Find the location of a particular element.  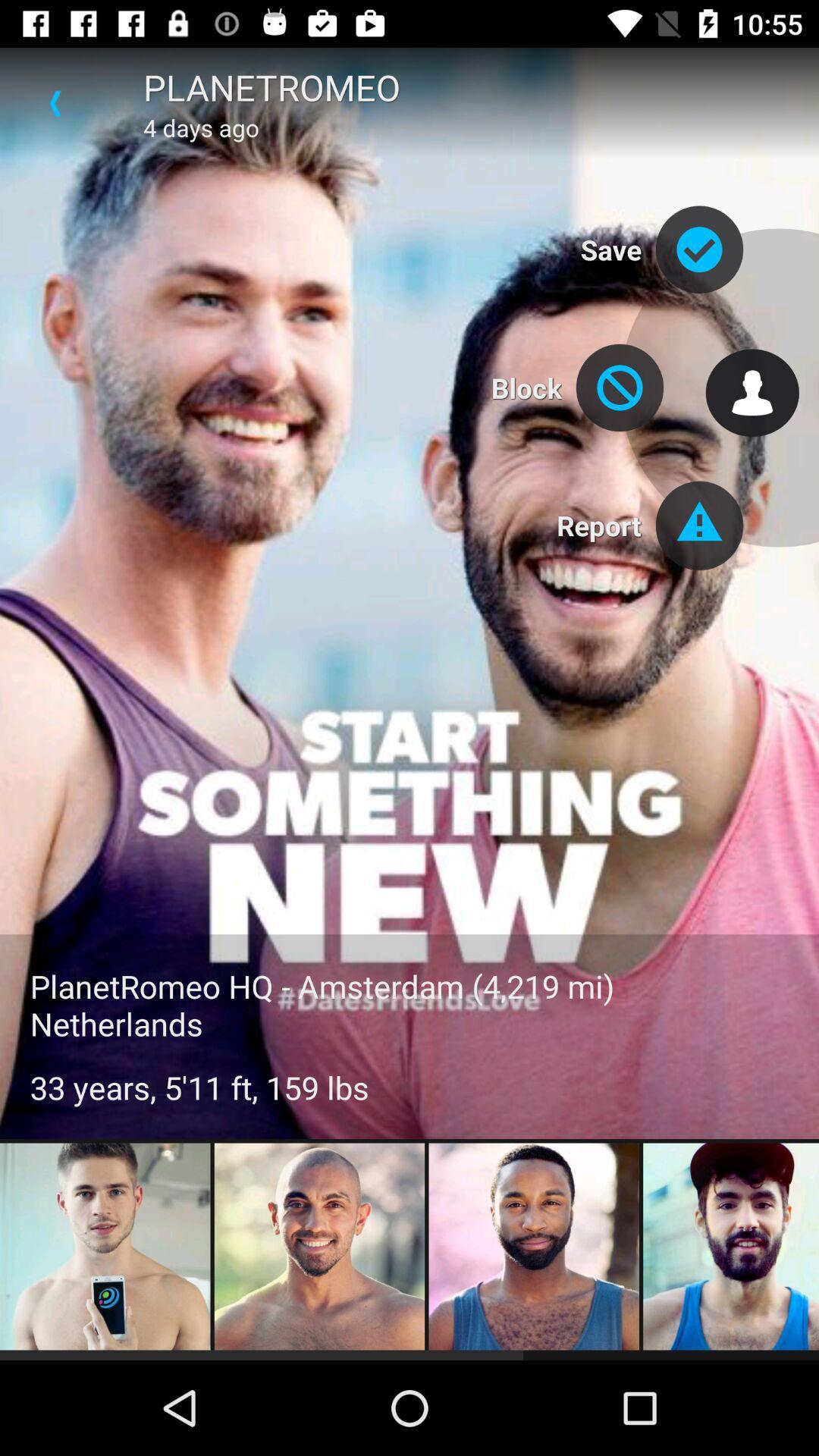

the icon to the left of planetromeo icon is located at coordinates (55, 102).